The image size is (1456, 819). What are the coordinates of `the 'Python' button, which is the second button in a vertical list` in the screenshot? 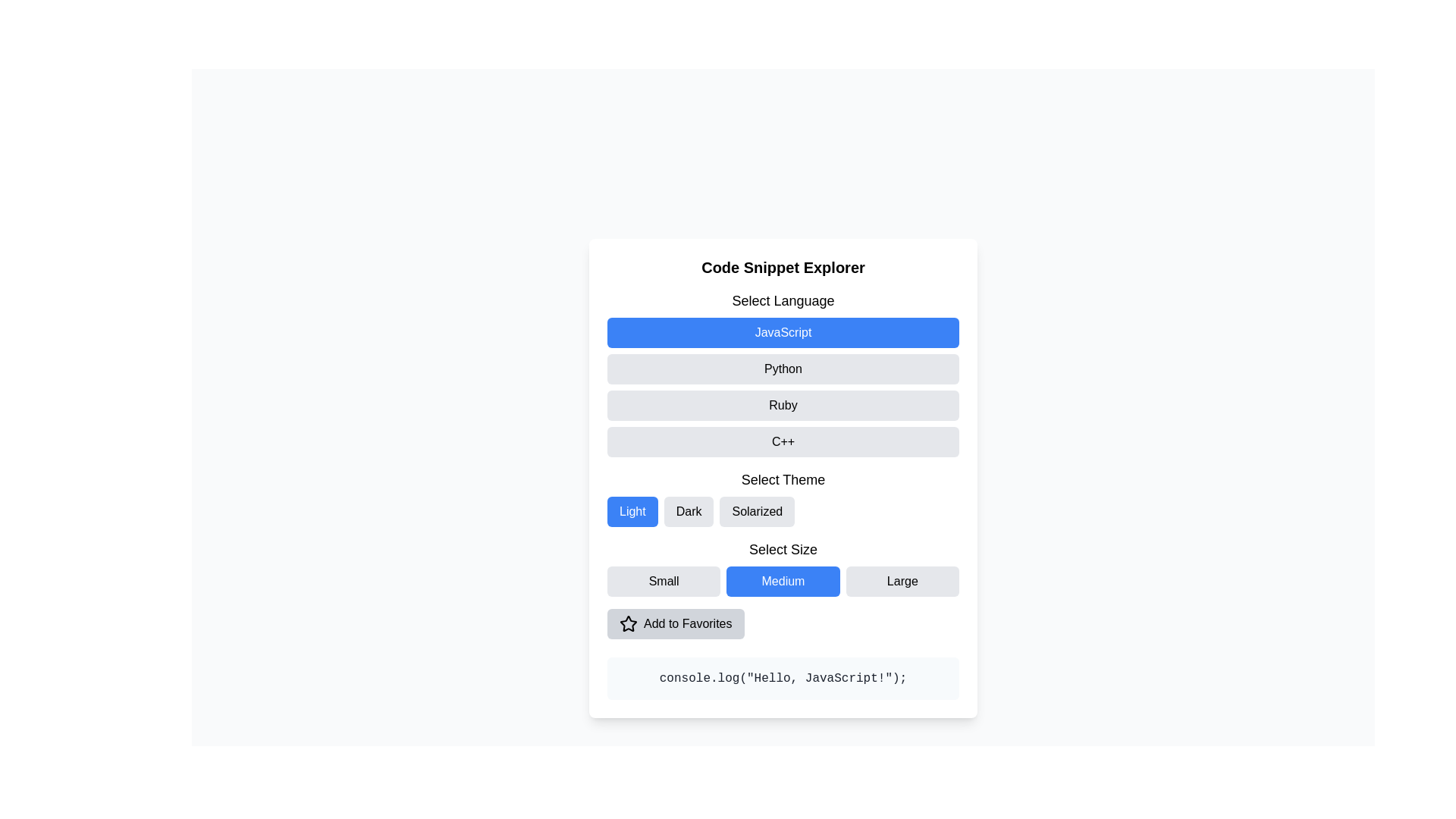 It's located at (783, 369).